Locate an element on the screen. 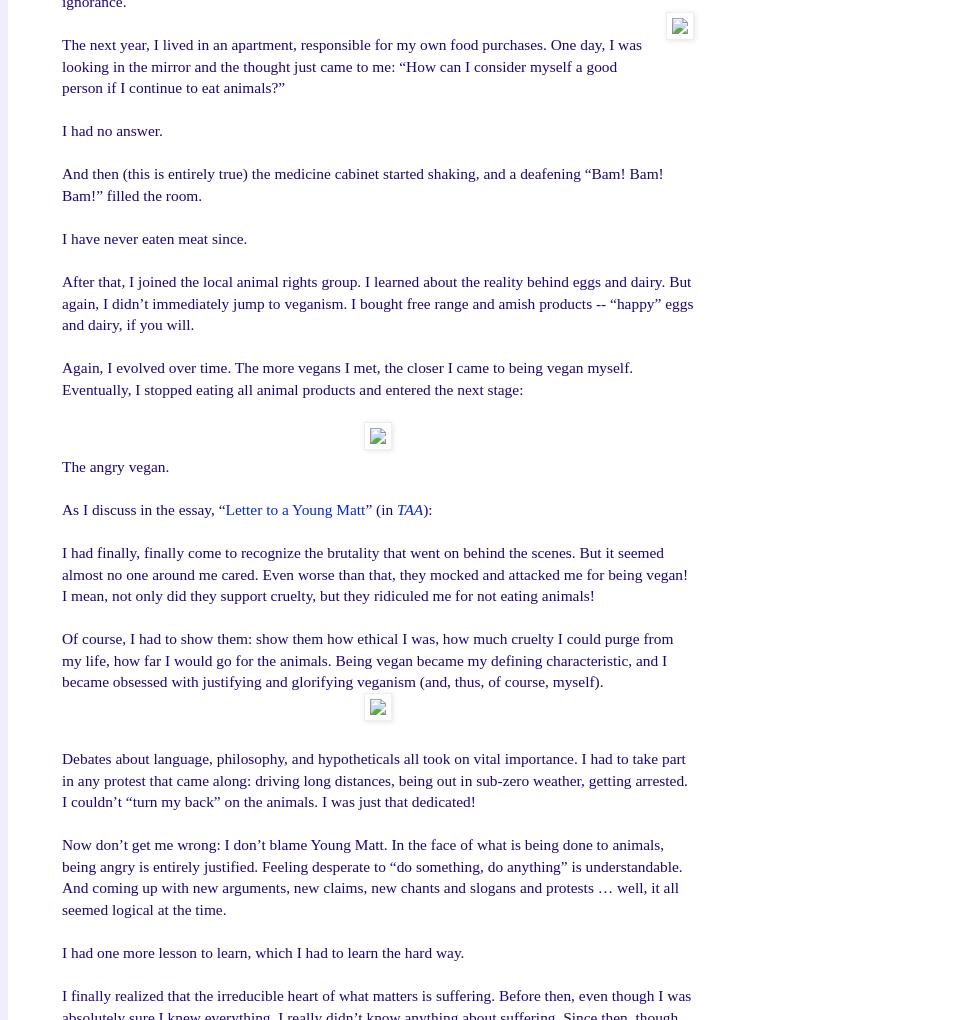 The image size is (968, 1020). 'Of course, I had to show them: show them how ethical I was, how much cruelty I could purge from my life, how far I would go for the animals. Being vegan became my defining characteristic, and I became obsessed with justifying and glorifying veganism (and, thus, of course, myself).' is located at coordinates (366, 660).